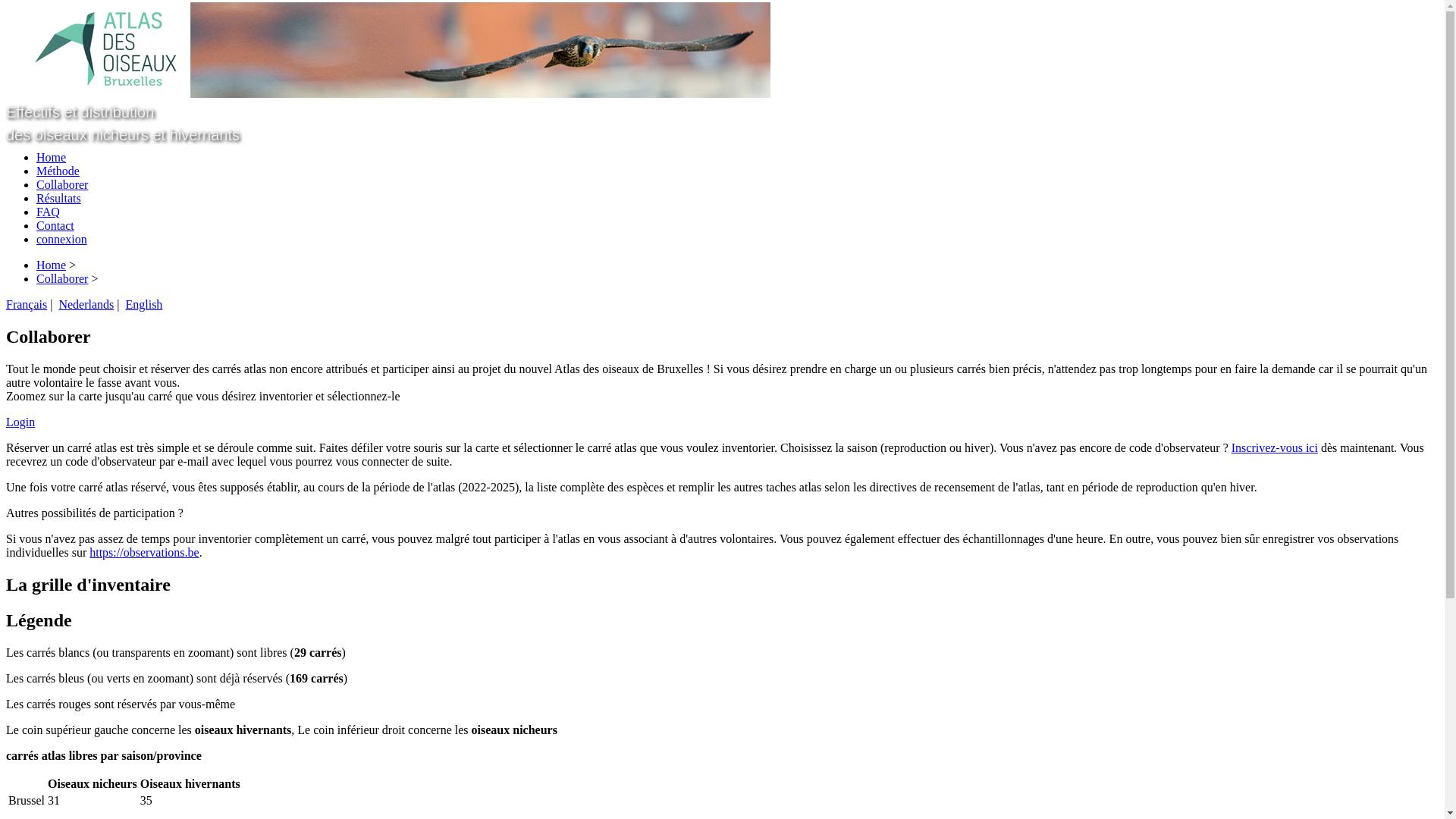  Describe the element at coordinates (51, 264) in the screenshot. I see `'Home'` at that location.